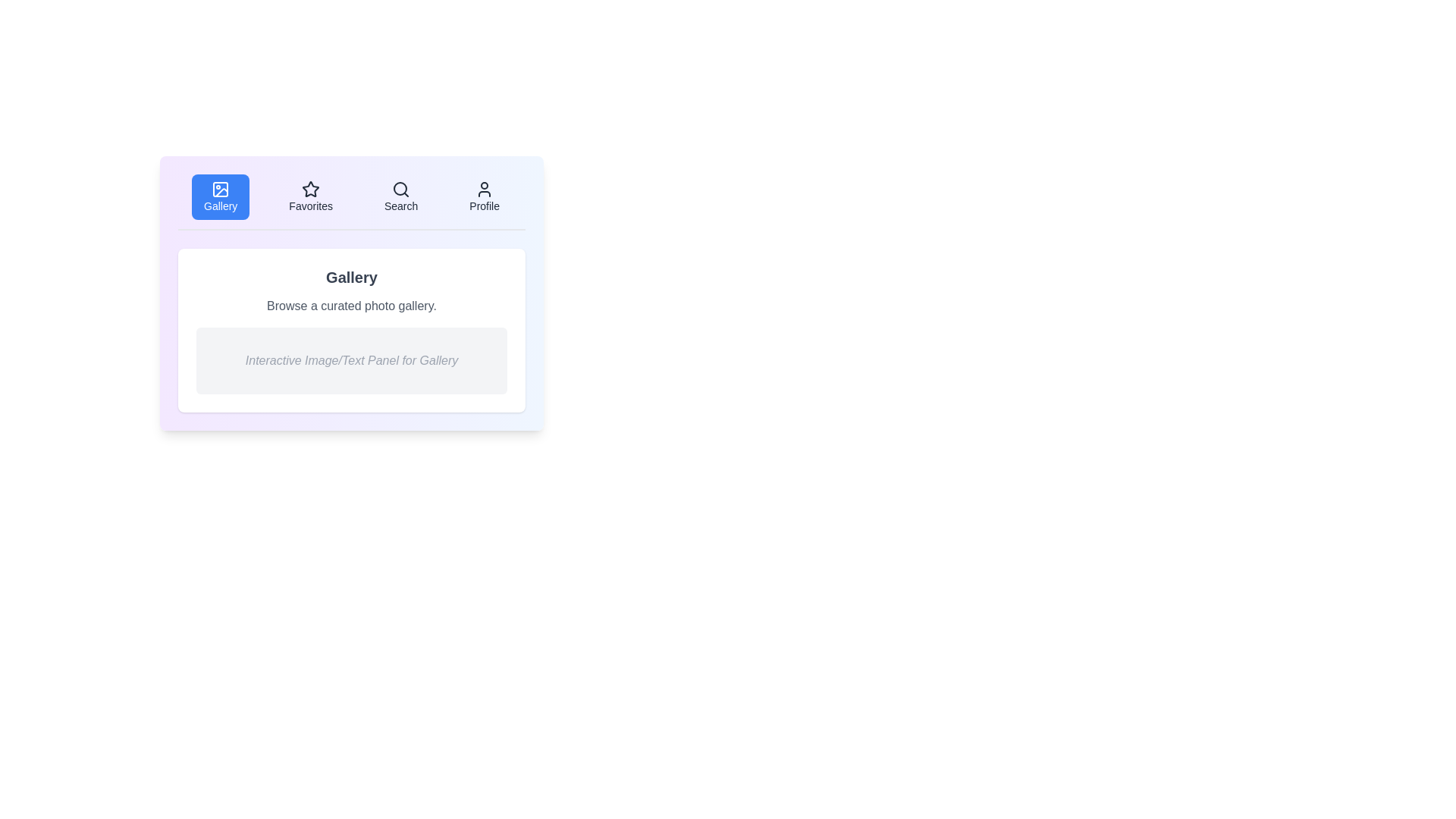 This screenshot has height=819, width=1456. Describe the element at coordinates (220, 196) in the screenshot. I see `the Gallery tab` at that location.